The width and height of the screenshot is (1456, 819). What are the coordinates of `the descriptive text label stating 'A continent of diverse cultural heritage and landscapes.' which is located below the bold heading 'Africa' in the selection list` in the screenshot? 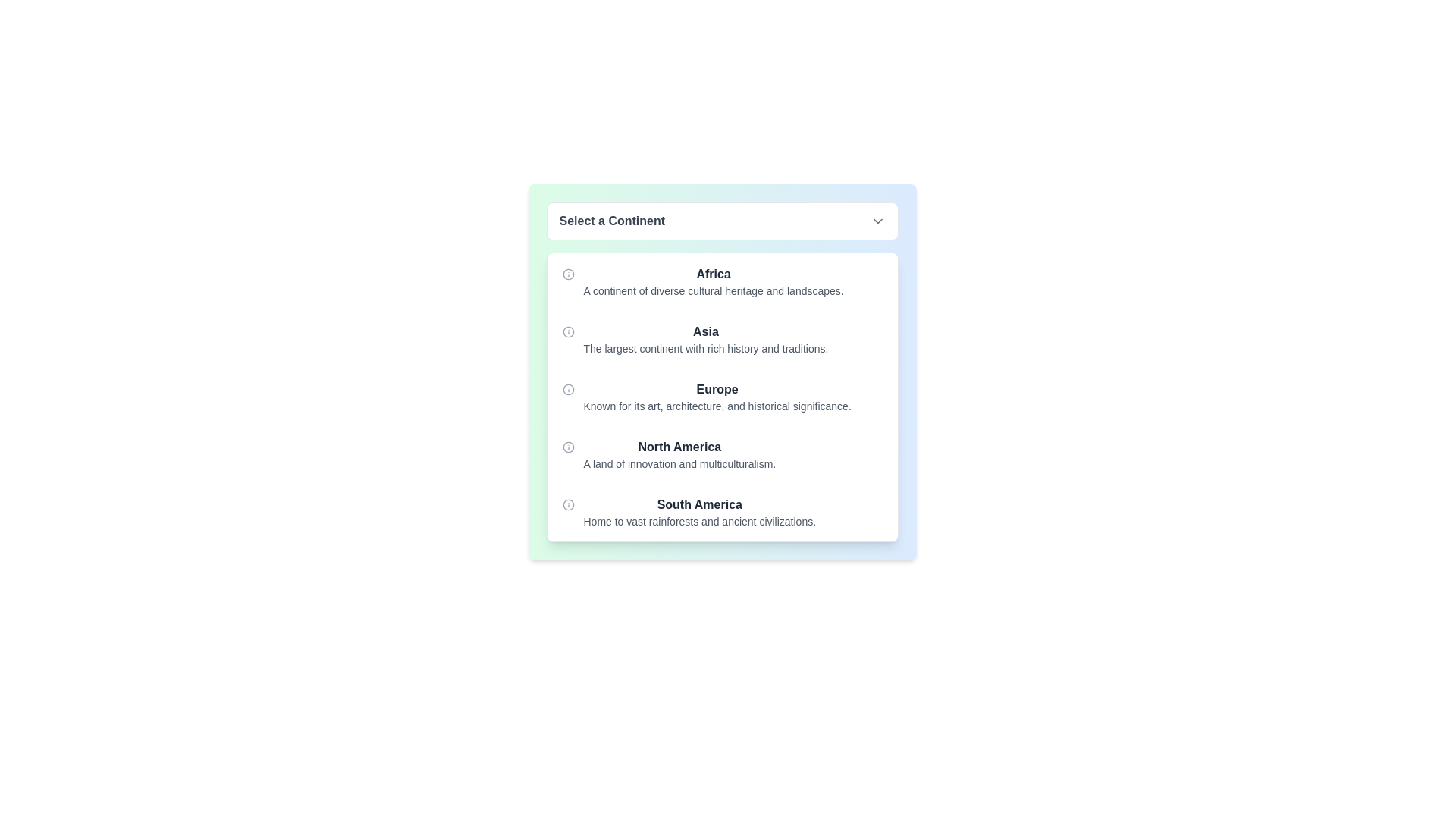 It's located at (713, 291).